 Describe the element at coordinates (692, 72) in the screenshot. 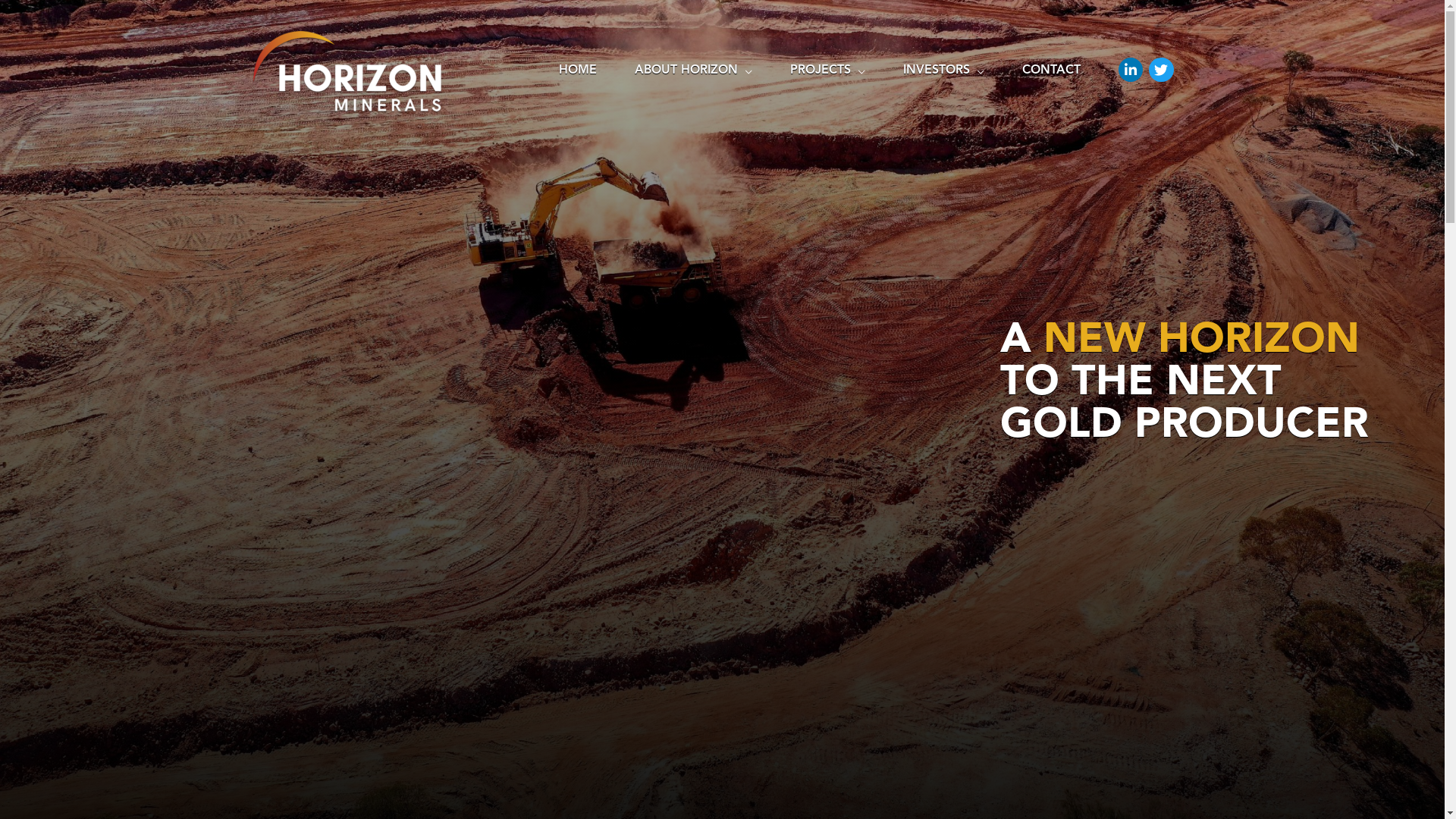

I see `'ABOUT HORIZON'` at that location.